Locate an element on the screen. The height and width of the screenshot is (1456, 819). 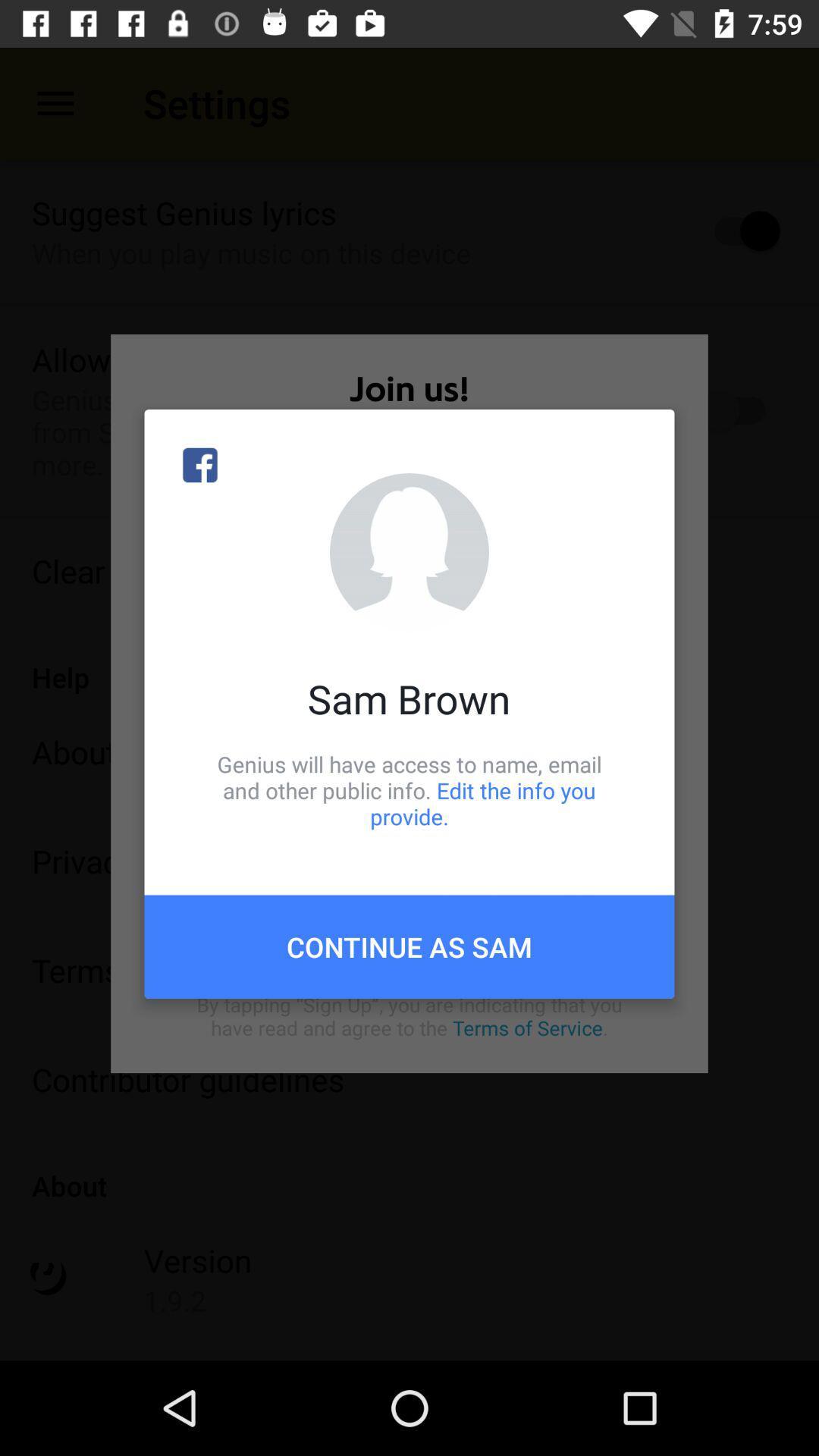
icon below sam brown icon is located at coordinates (409, 789).